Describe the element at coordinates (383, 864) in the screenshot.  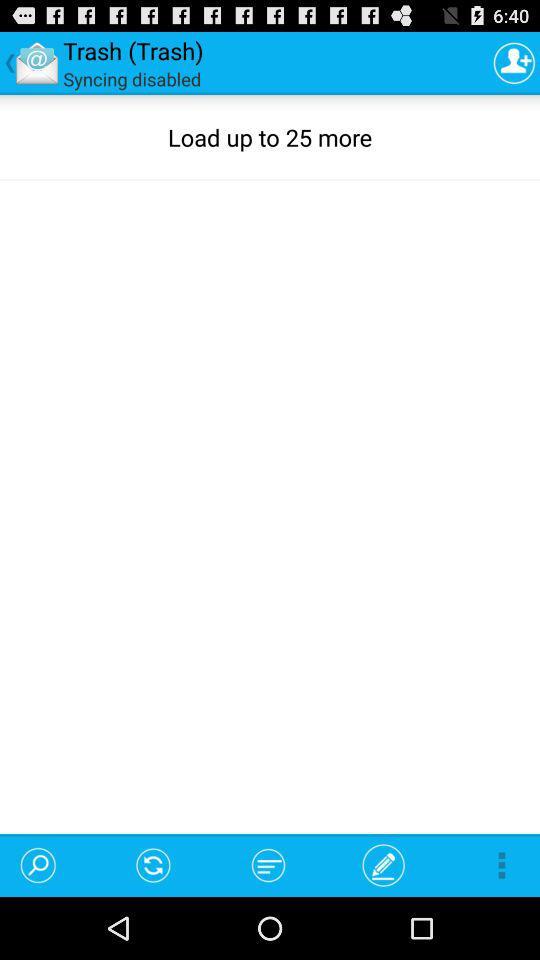
I see `the item below the load up to item` at that location.